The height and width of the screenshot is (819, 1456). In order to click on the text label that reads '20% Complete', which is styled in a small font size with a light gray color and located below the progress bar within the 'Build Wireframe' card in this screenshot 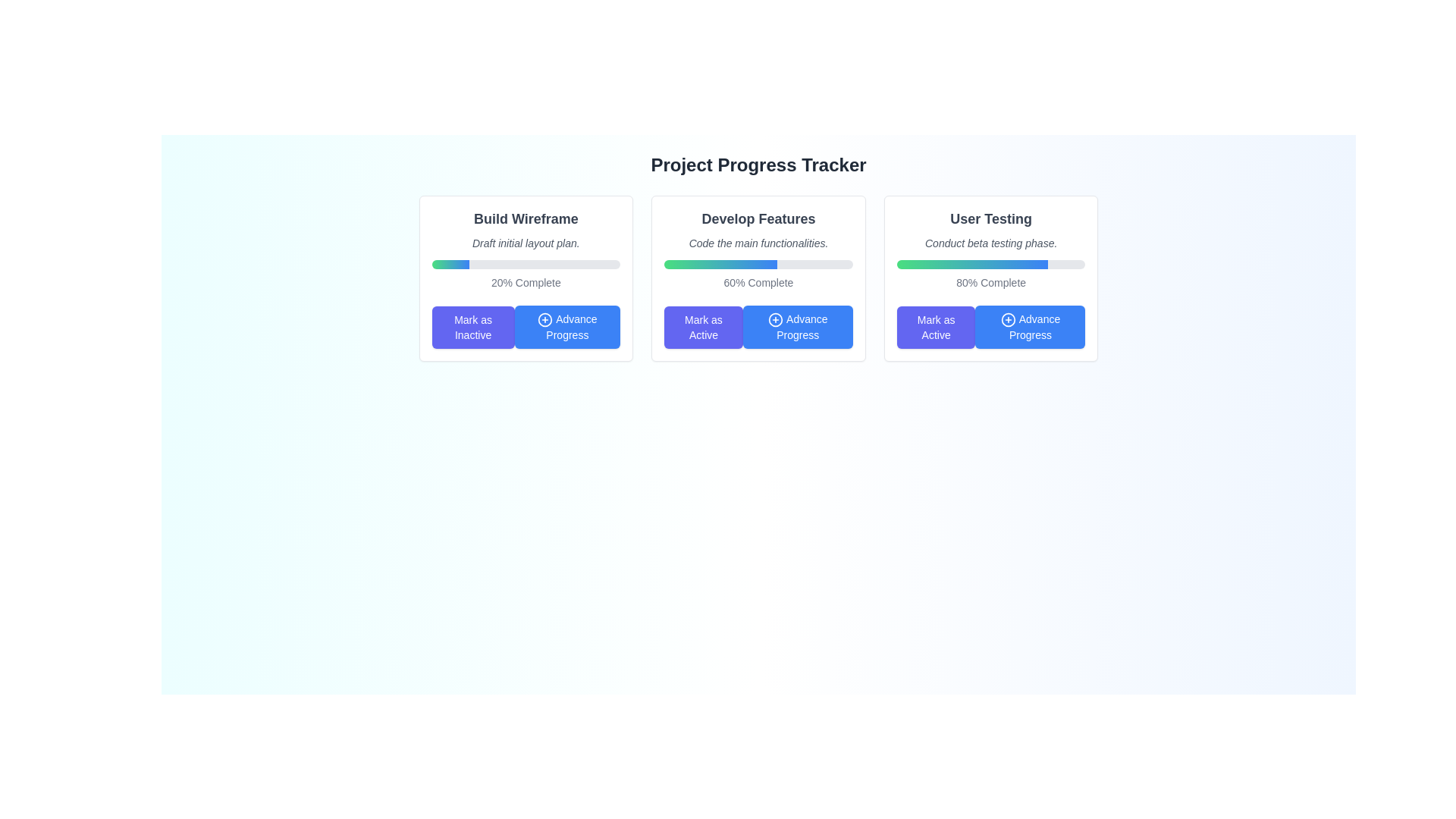, I will do `click(526, 283)`.